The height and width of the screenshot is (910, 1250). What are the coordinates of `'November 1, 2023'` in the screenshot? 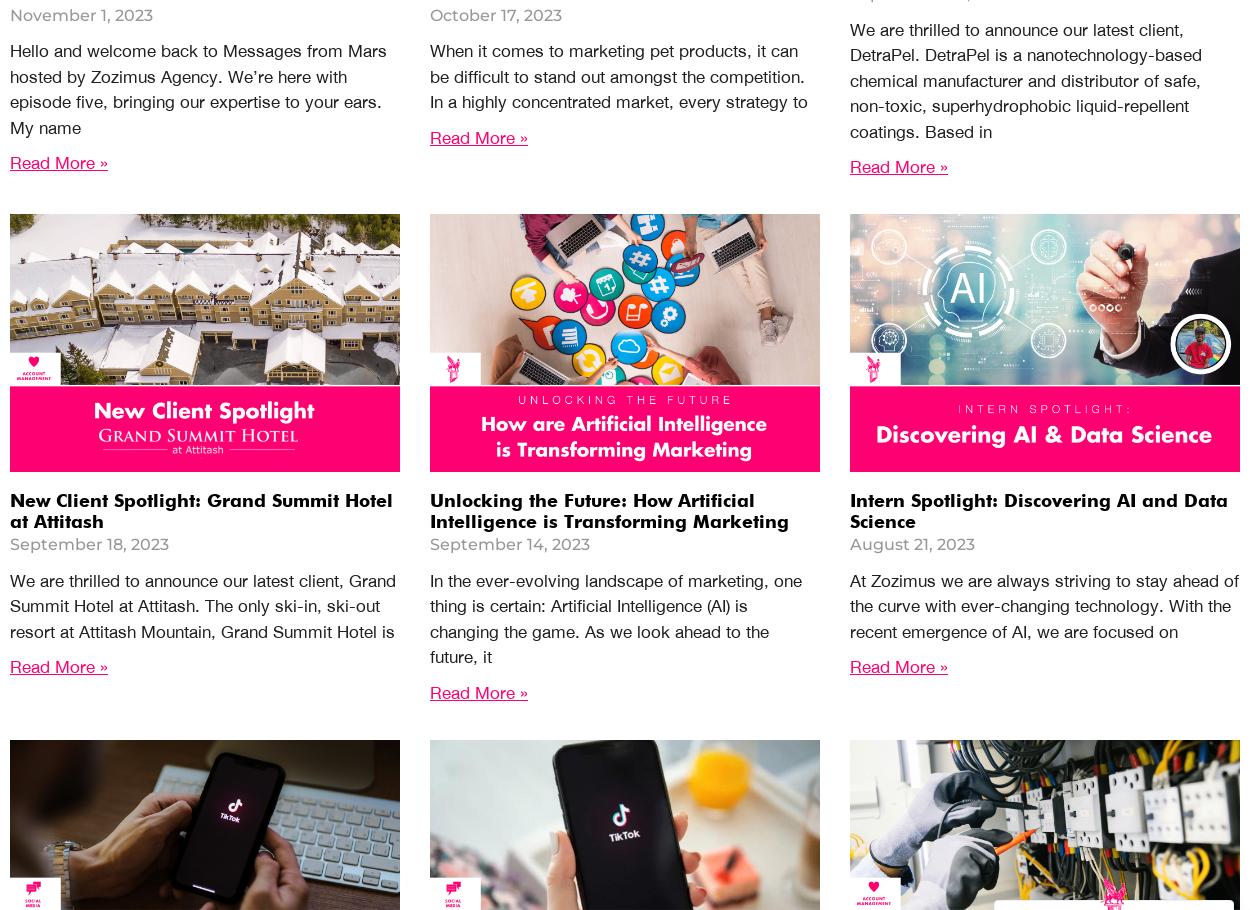 It's located at (80, 13).